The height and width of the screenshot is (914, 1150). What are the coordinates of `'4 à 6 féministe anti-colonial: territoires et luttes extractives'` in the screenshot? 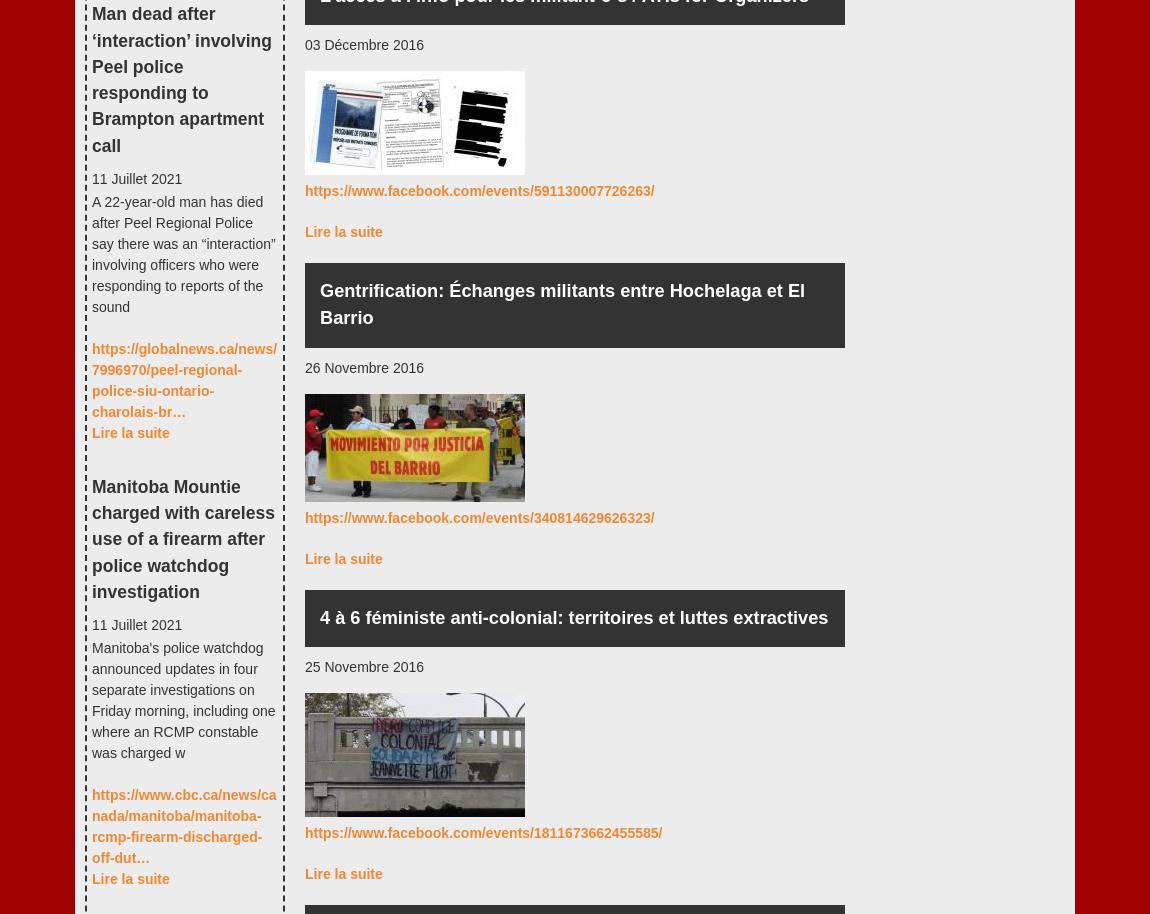 It's located at (320, 616).